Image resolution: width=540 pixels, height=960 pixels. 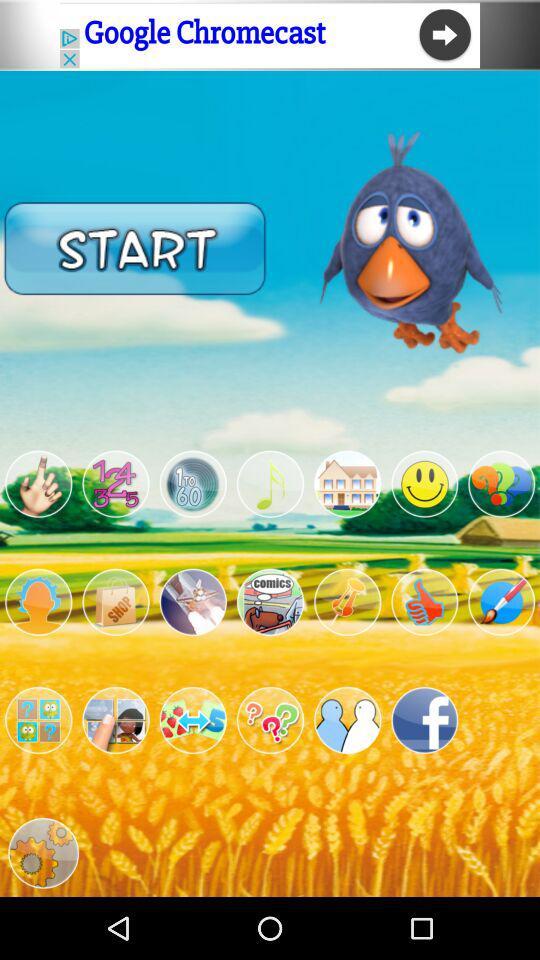 What do you see at coordinates (43, 852) in the screenshot?
I see `settings option` at bounding box center [43, 852].